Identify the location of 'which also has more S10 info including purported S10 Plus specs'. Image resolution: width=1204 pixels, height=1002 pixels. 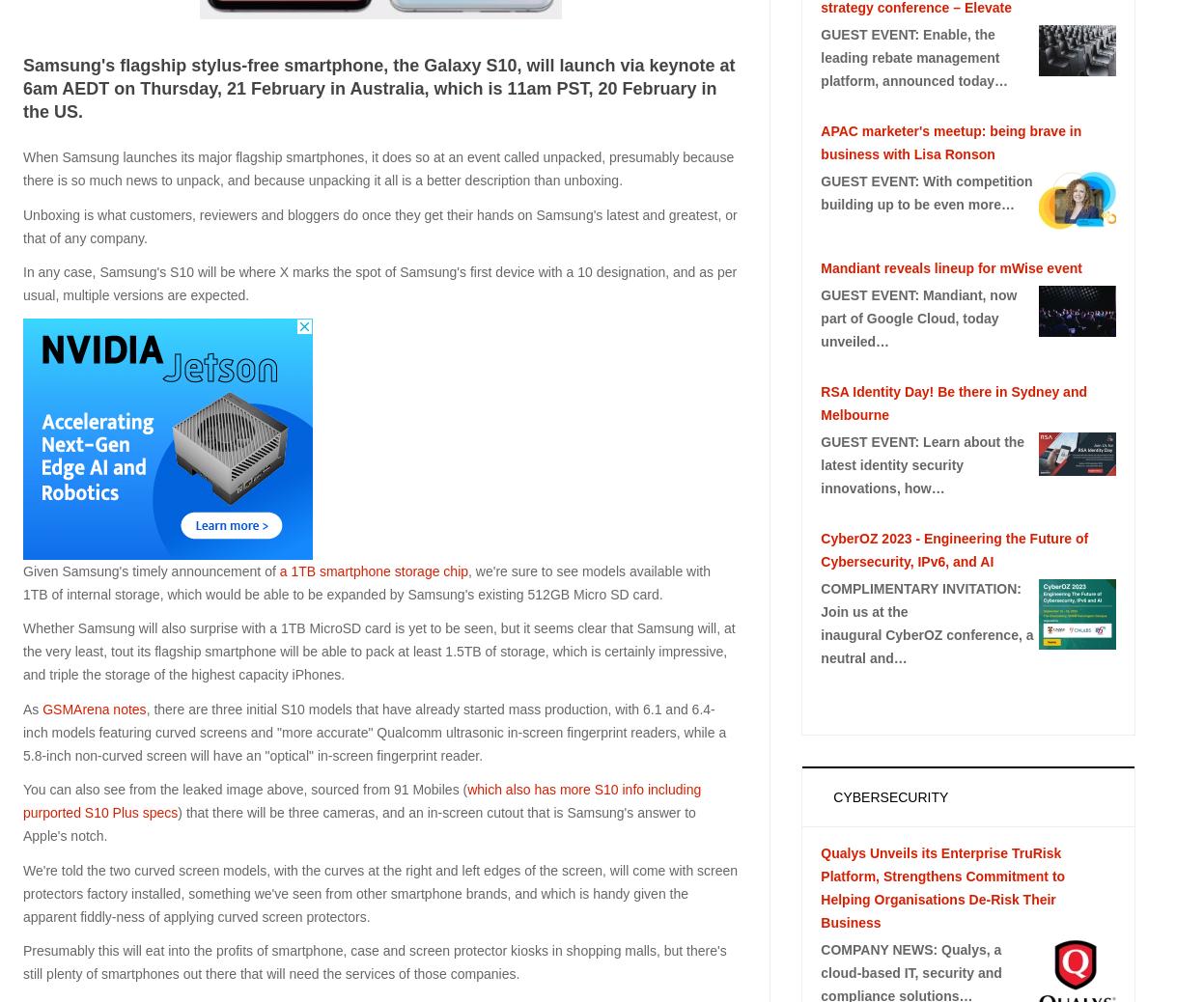
(360, 800).